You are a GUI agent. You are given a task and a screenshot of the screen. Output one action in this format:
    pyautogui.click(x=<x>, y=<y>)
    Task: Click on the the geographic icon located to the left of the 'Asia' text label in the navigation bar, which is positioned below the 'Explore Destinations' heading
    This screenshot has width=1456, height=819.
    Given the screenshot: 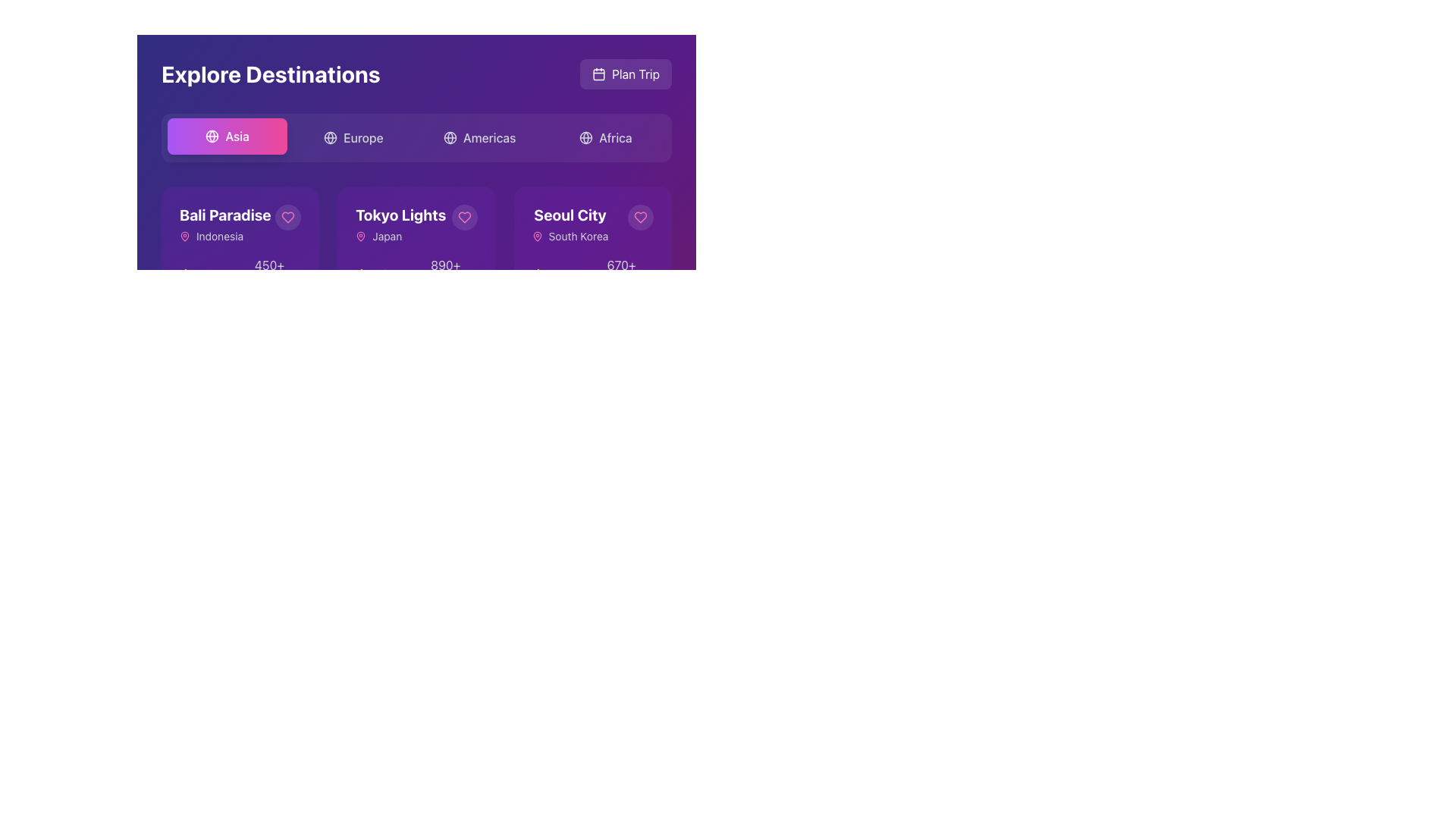 What is the action you would take?
    pyautogui.click(x=212, y=136)
    